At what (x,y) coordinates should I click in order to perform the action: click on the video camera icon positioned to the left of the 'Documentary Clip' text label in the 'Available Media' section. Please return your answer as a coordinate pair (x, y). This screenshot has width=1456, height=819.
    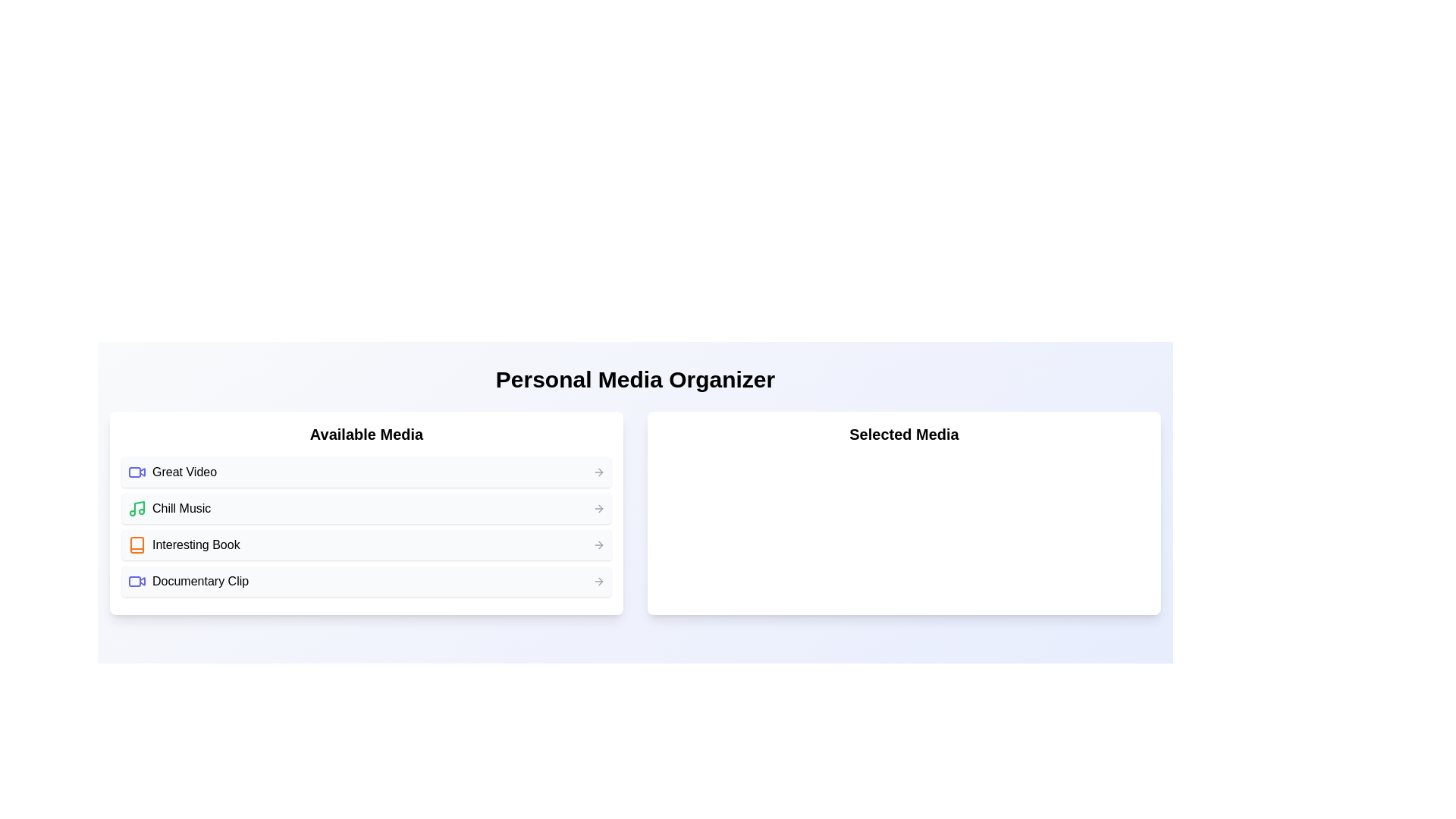
    Looking at the image, I should click on (137, 581).